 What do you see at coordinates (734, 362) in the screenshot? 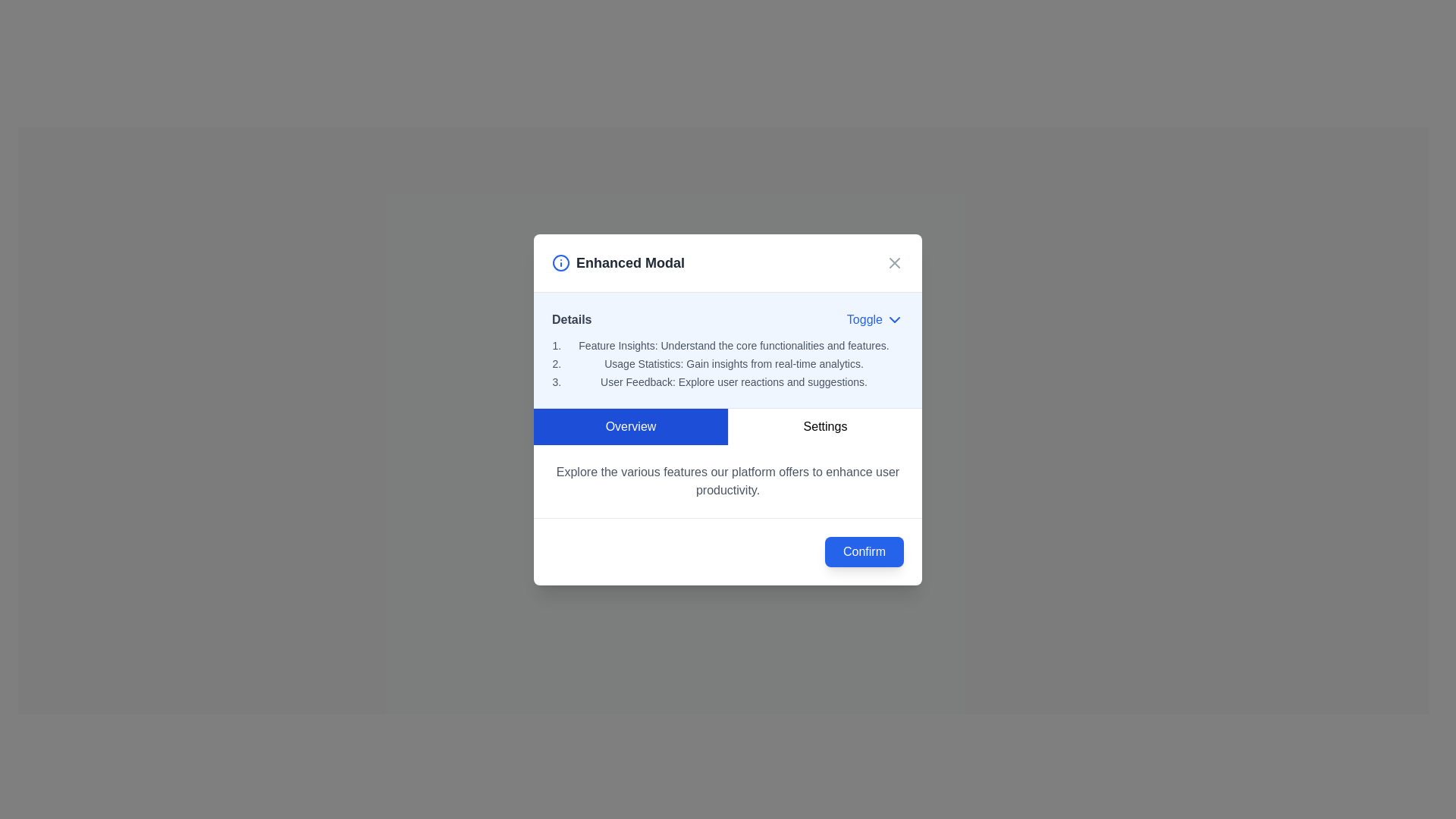
I see `the second item in the 'Details' list of the modal dialog box` at bounding box center [734, 362].